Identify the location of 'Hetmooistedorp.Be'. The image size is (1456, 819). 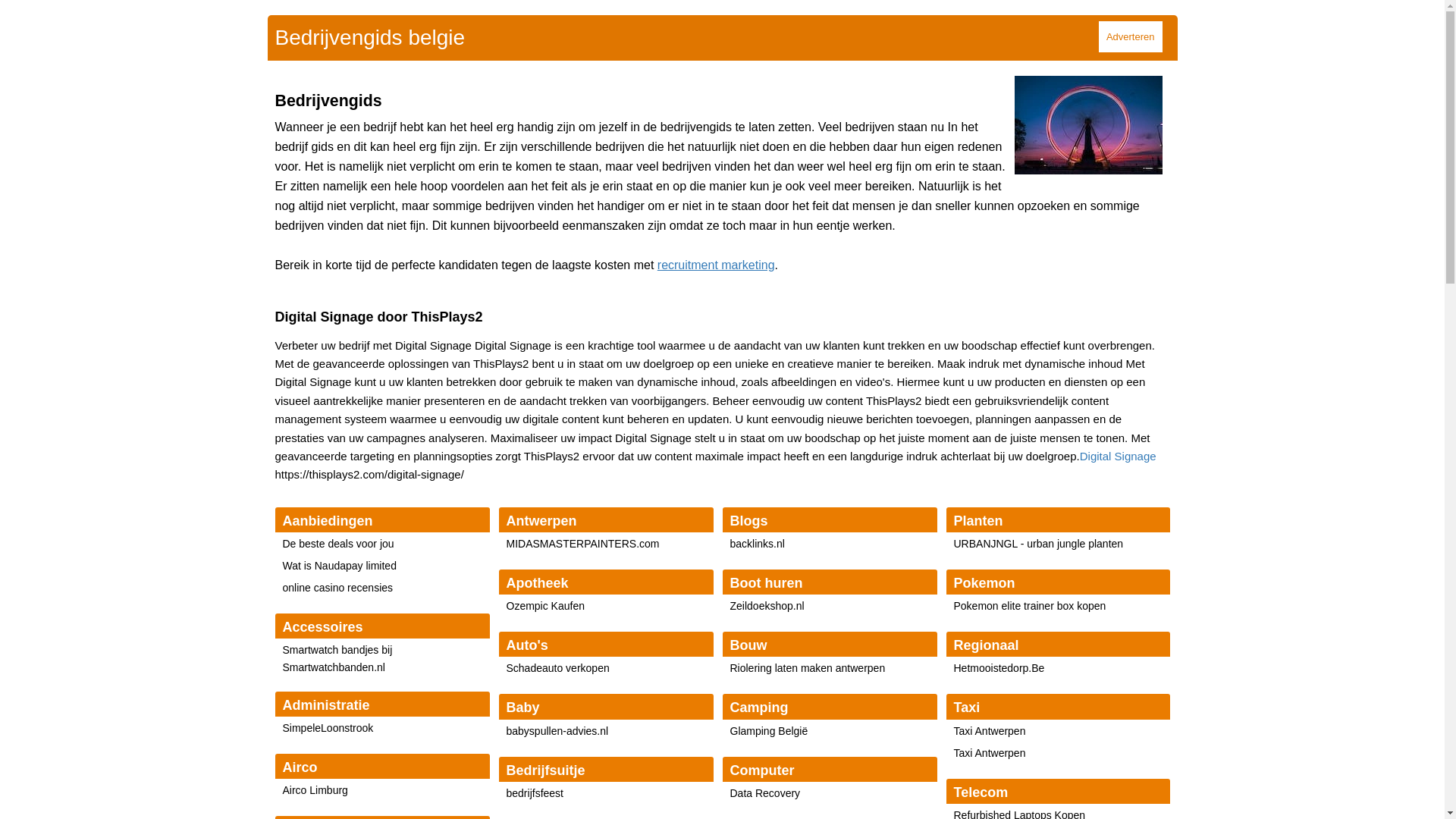
(999, 667).